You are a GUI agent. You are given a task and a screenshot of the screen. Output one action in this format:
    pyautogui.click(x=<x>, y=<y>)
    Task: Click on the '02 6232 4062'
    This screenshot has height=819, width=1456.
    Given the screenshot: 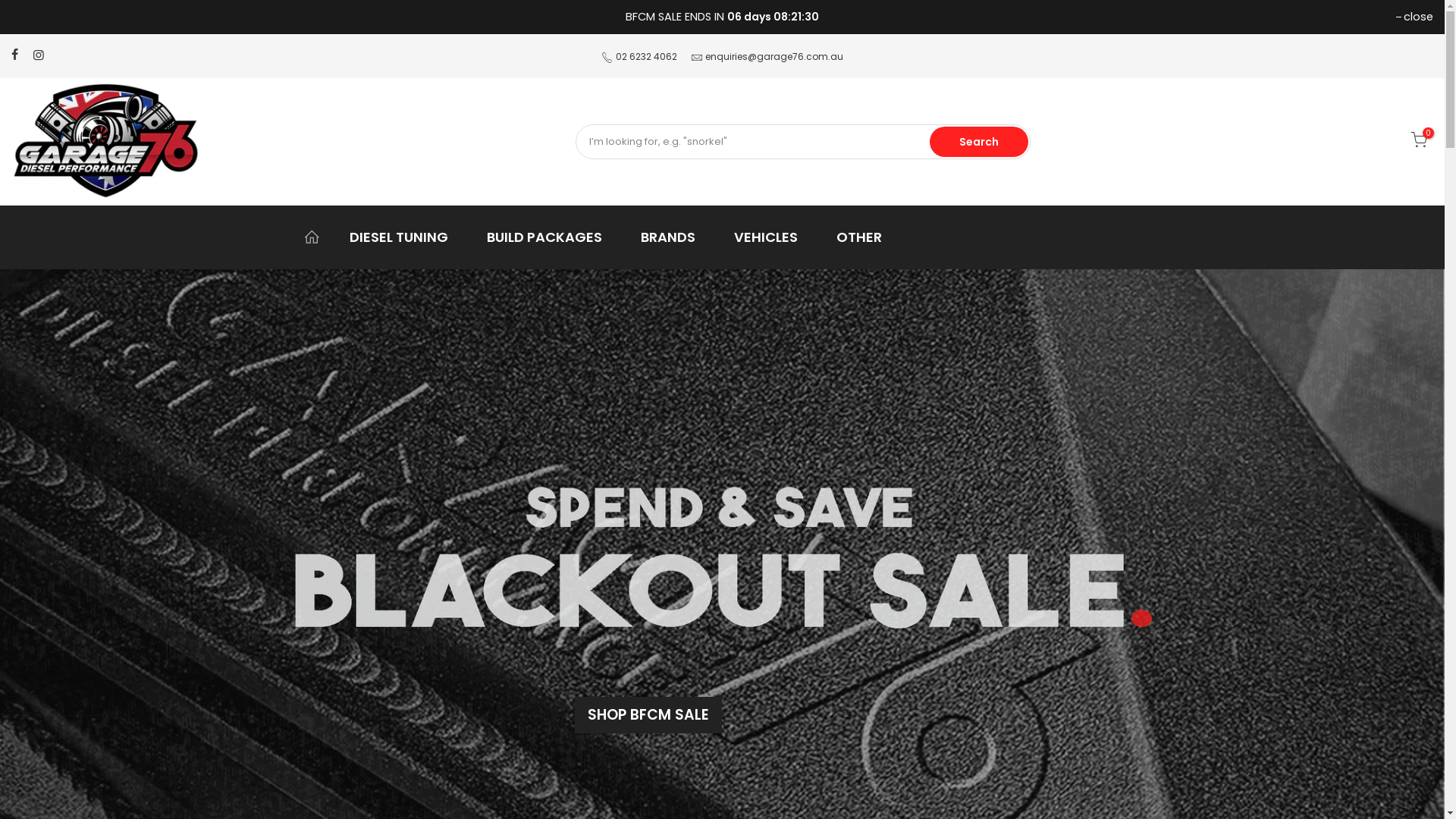 What is the action you would take?
    pyautogui.click(x=646, y=55)
    